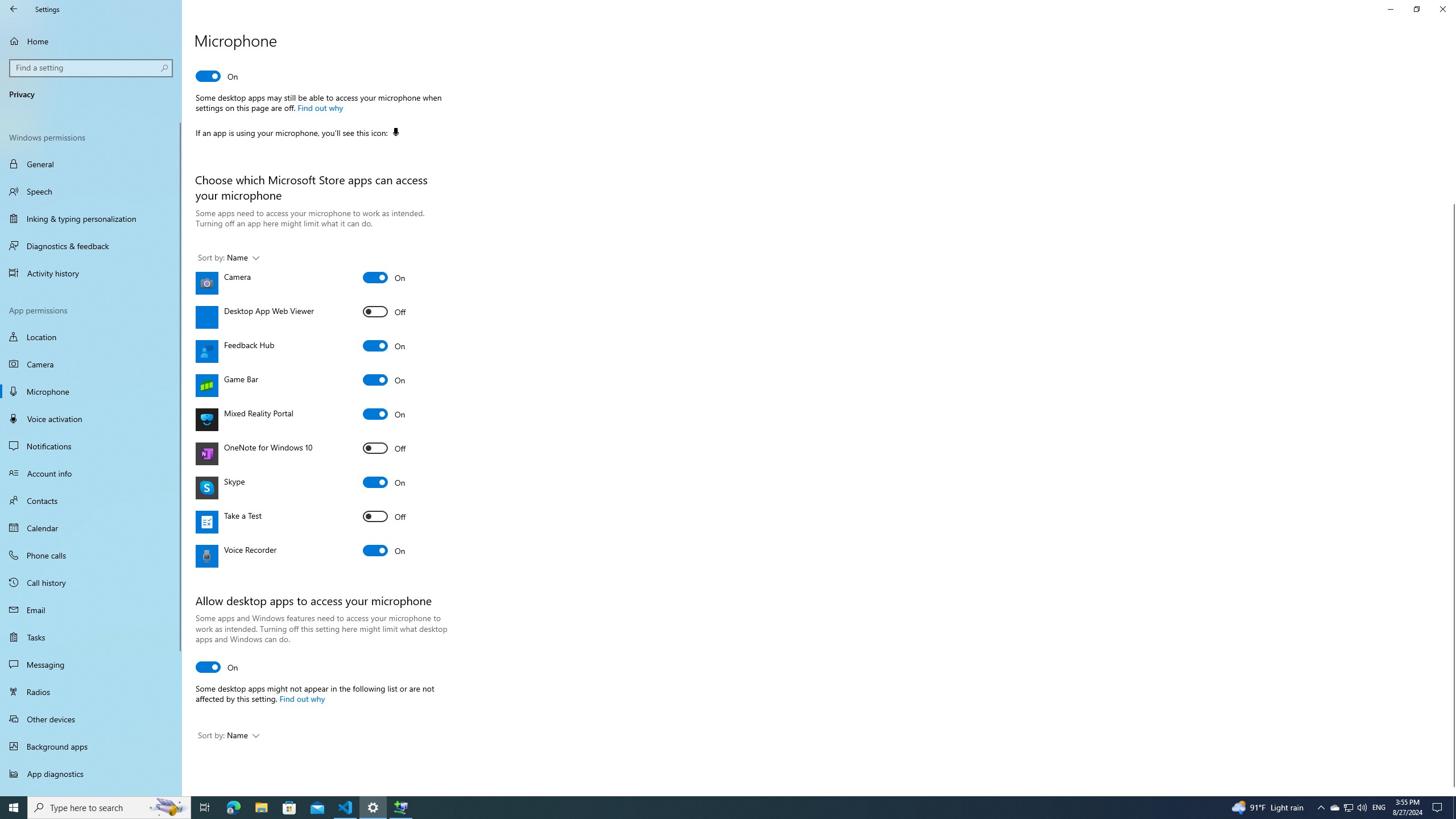 This screenshot has width=1456, height=819. What do you see at coordinates (90, 390) in the screenshot?
I see `'Microphone'` at bounding box center [90, 390].